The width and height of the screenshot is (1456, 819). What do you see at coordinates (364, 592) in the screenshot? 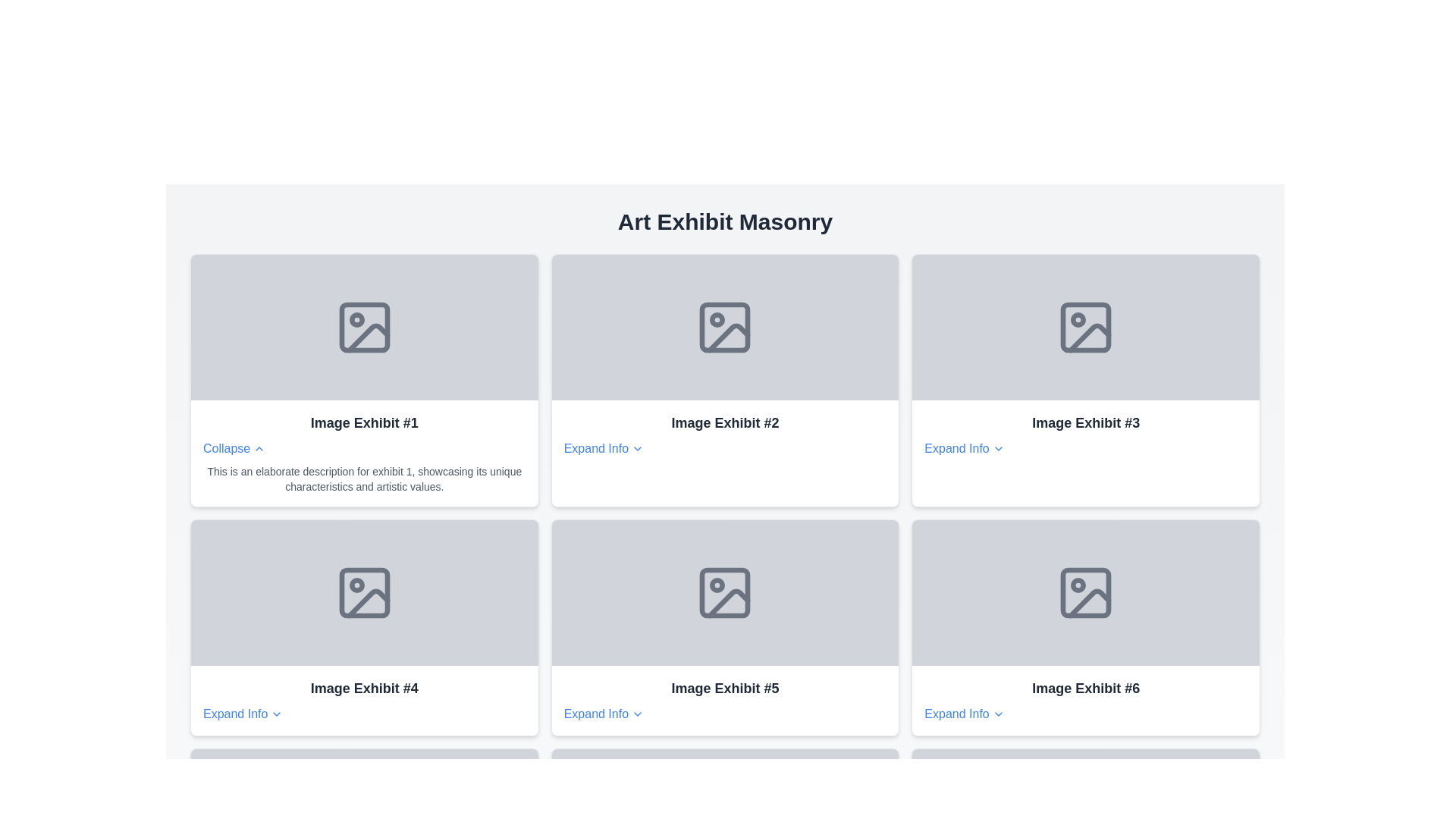
I see `the image placeholder within the card labeled 'Image Exhibit #4' located in the second row, first column of the grid layout on the Art Exhibit Masonry page` at bounding box center [364, 592].